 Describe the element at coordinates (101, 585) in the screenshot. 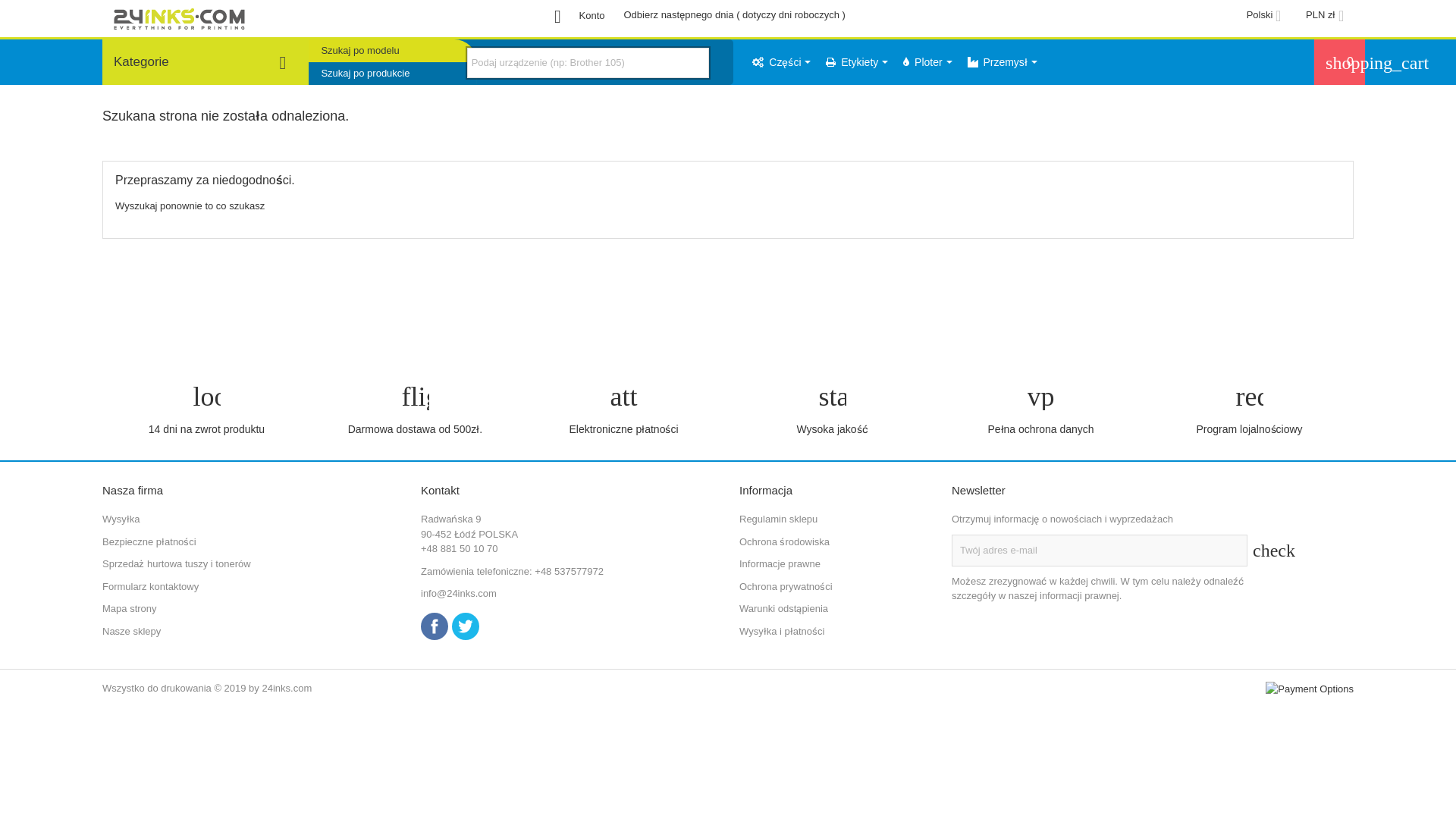

I see `'Formularz kontaktowy'` at that location.